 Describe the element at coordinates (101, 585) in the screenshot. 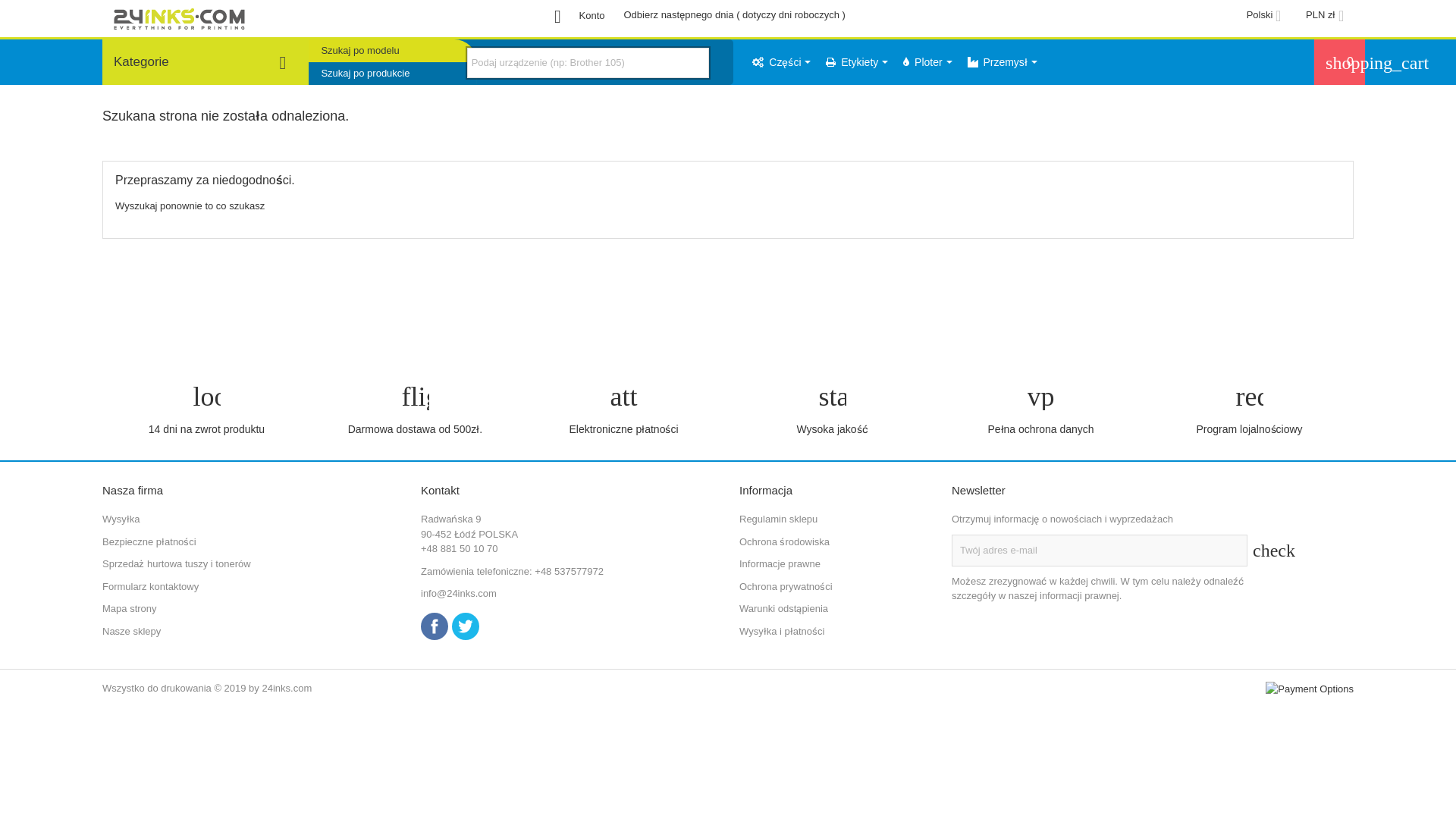

I see `'Formularz kontaktowy'` at that location.